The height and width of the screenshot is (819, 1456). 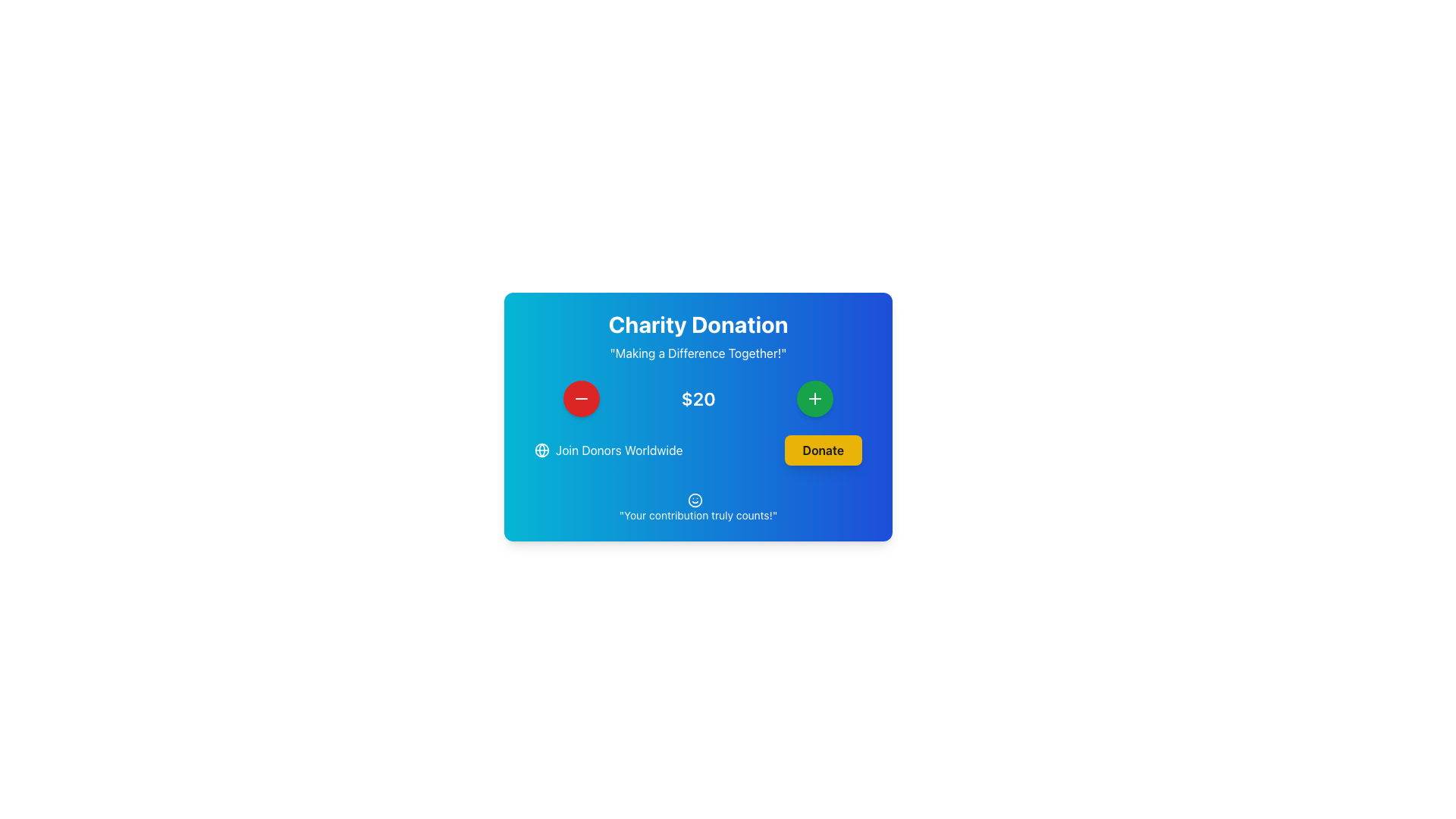 I want to click on the title and subtitle text block at the top section of the card layout, so click(x=698, y=335).